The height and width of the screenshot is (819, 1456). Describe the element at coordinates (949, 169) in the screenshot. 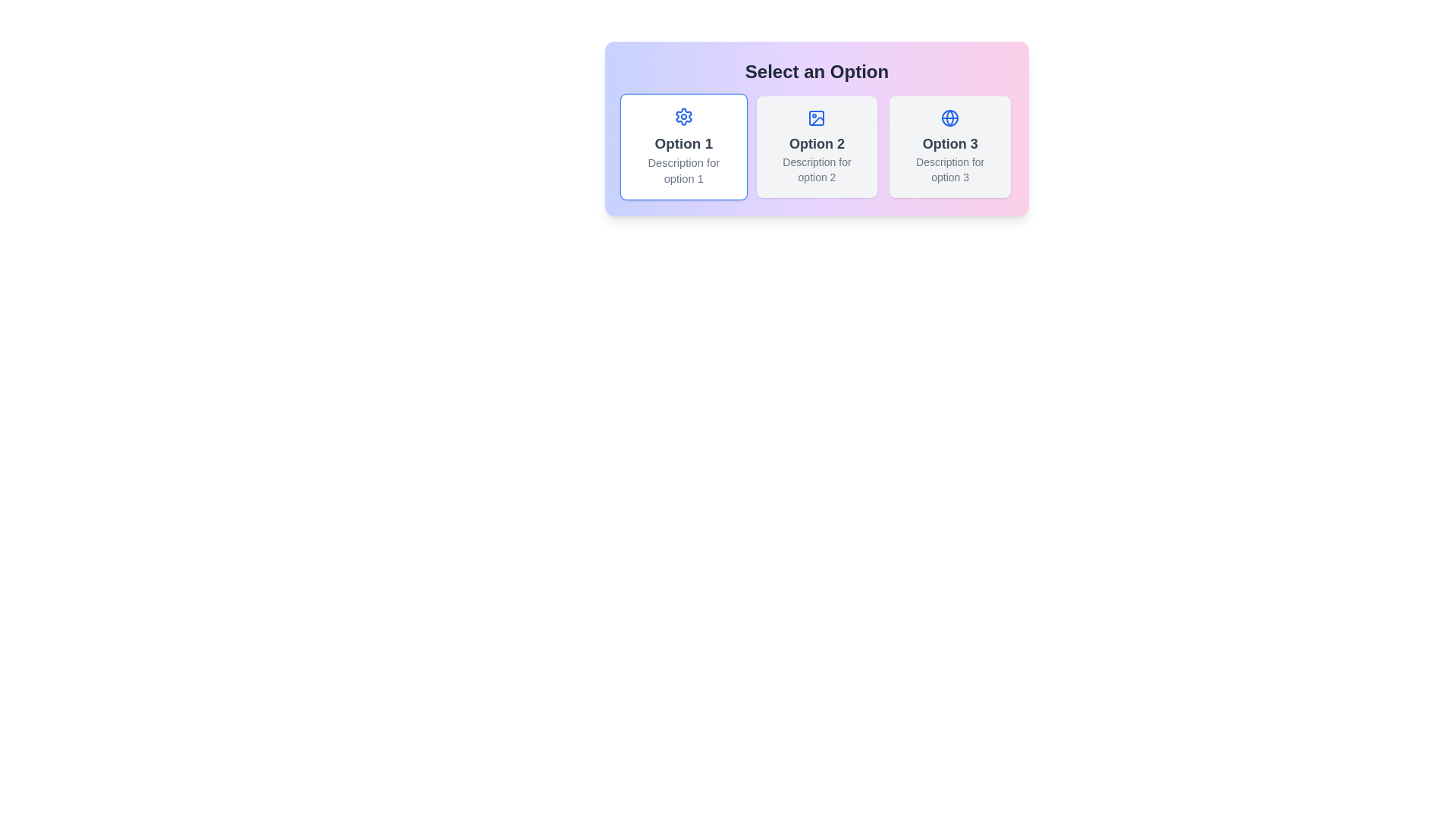

I see `the descriptive text element located below 'Option 3' in the selection menu` at that location.